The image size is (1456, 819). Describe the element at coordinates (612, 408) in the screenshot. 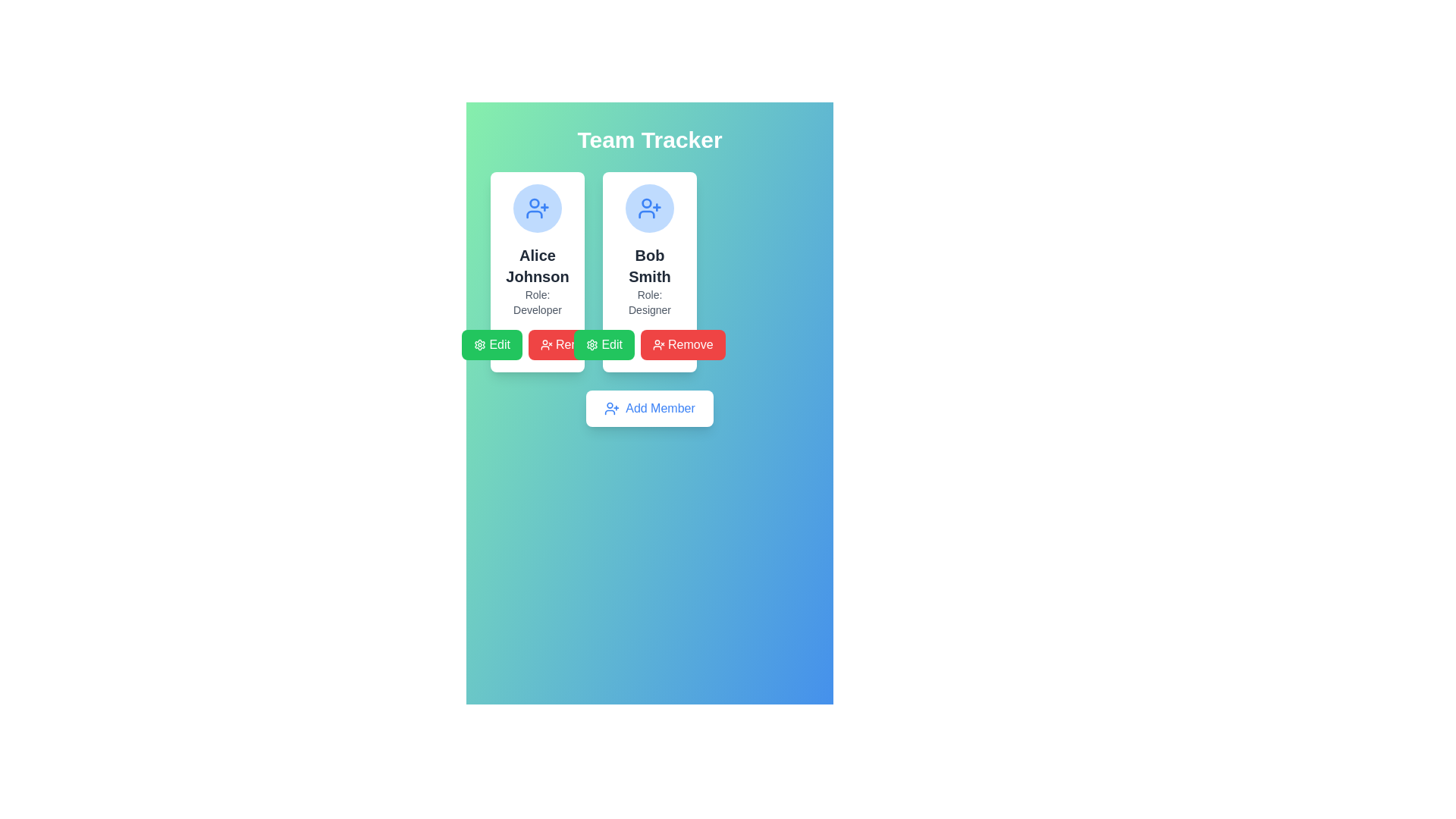

I see `the 'Add Member' button icon, which visually represents the functionality of adding a team member and is positioned to the left of the button's text` at that location.